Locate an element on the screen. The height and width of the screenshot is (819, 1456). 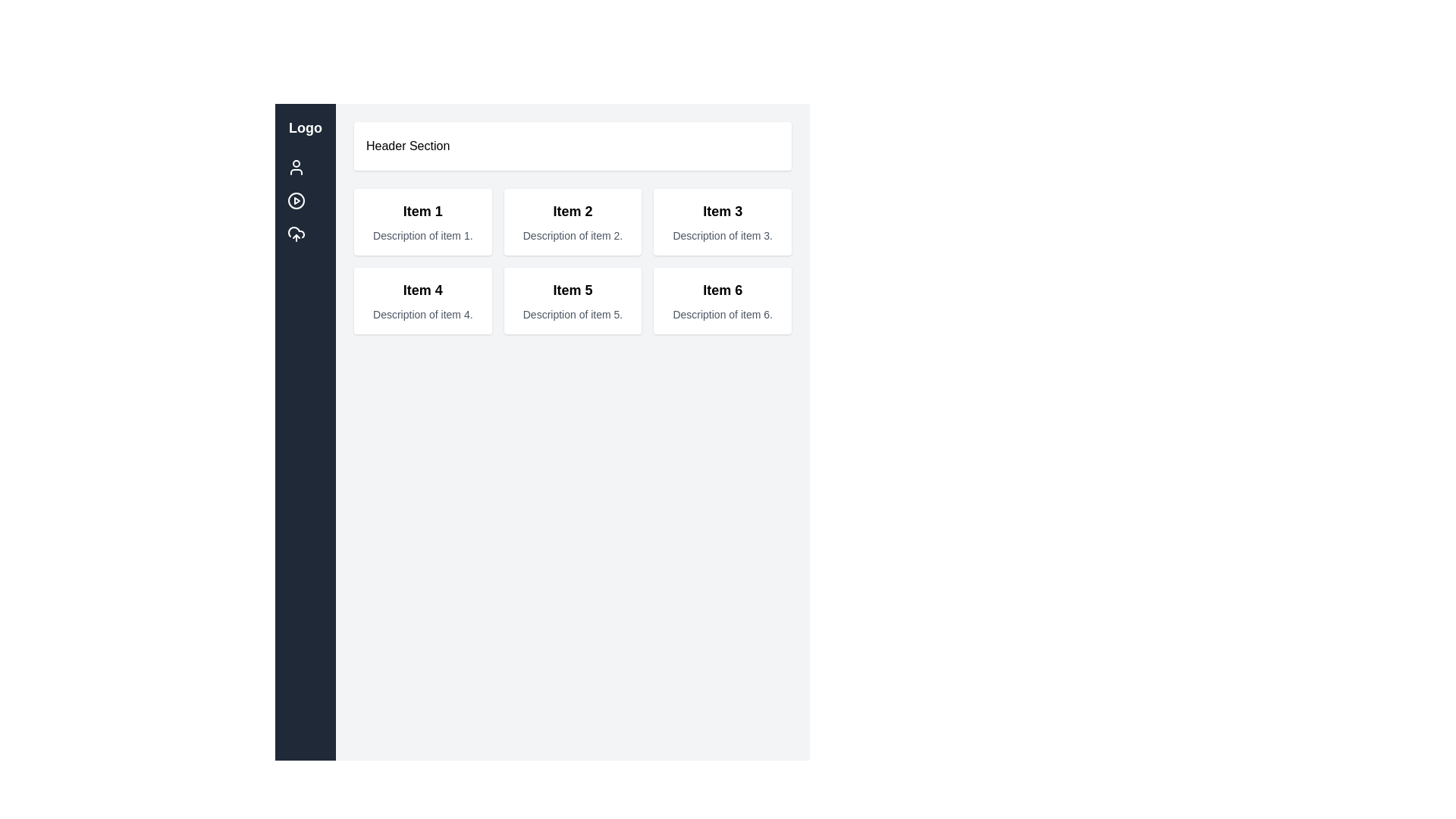
the Circular border element of the SVG icon representing media playback in the vertical navigation sidebar is located at coordinates (296, 200).